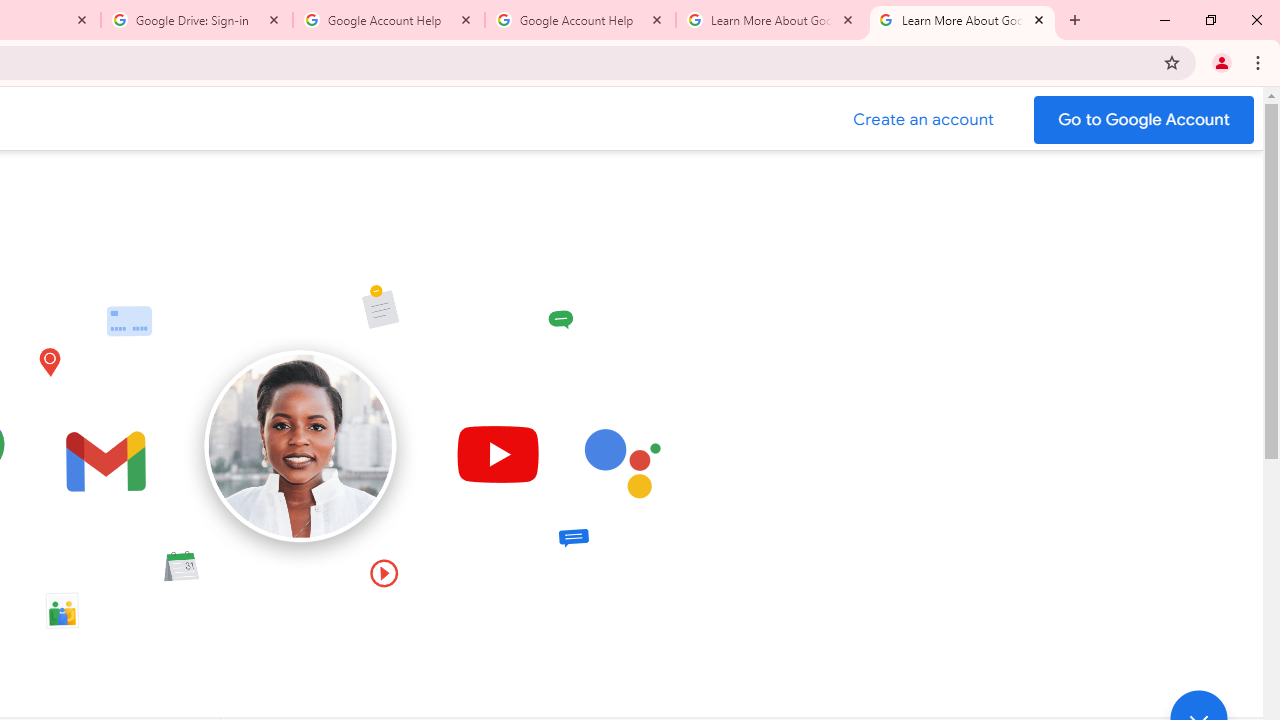  I want to click on 'Go to your Google Account', so click(1144, 119).